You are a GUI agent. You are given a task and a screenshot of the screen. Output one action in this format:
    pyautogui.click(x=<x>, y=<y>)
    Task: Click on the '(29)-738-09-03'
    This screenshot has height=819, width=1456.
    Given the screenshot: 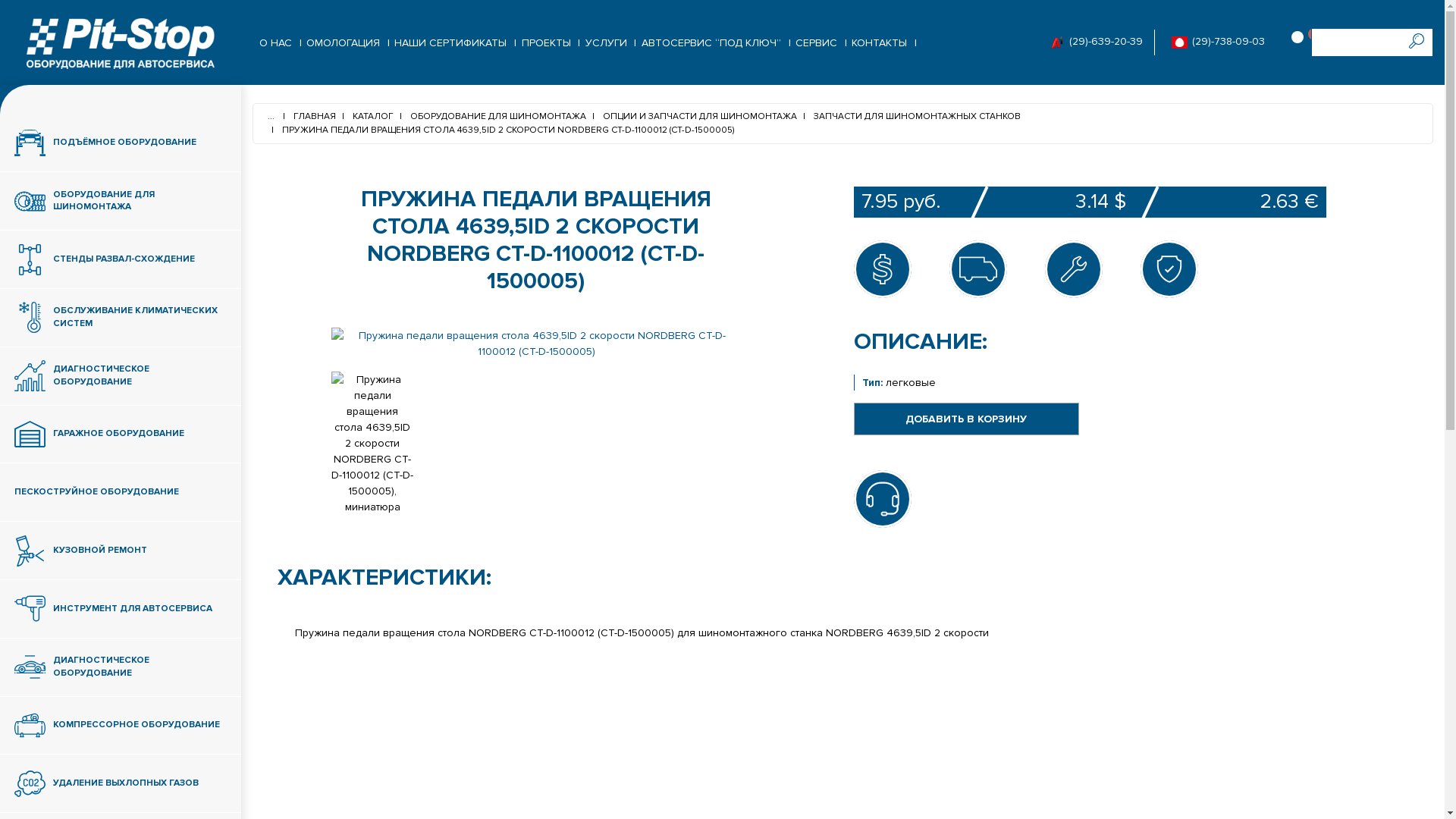 What is the action you would take?
    pyautogui.click(x=1226, y=41)
    